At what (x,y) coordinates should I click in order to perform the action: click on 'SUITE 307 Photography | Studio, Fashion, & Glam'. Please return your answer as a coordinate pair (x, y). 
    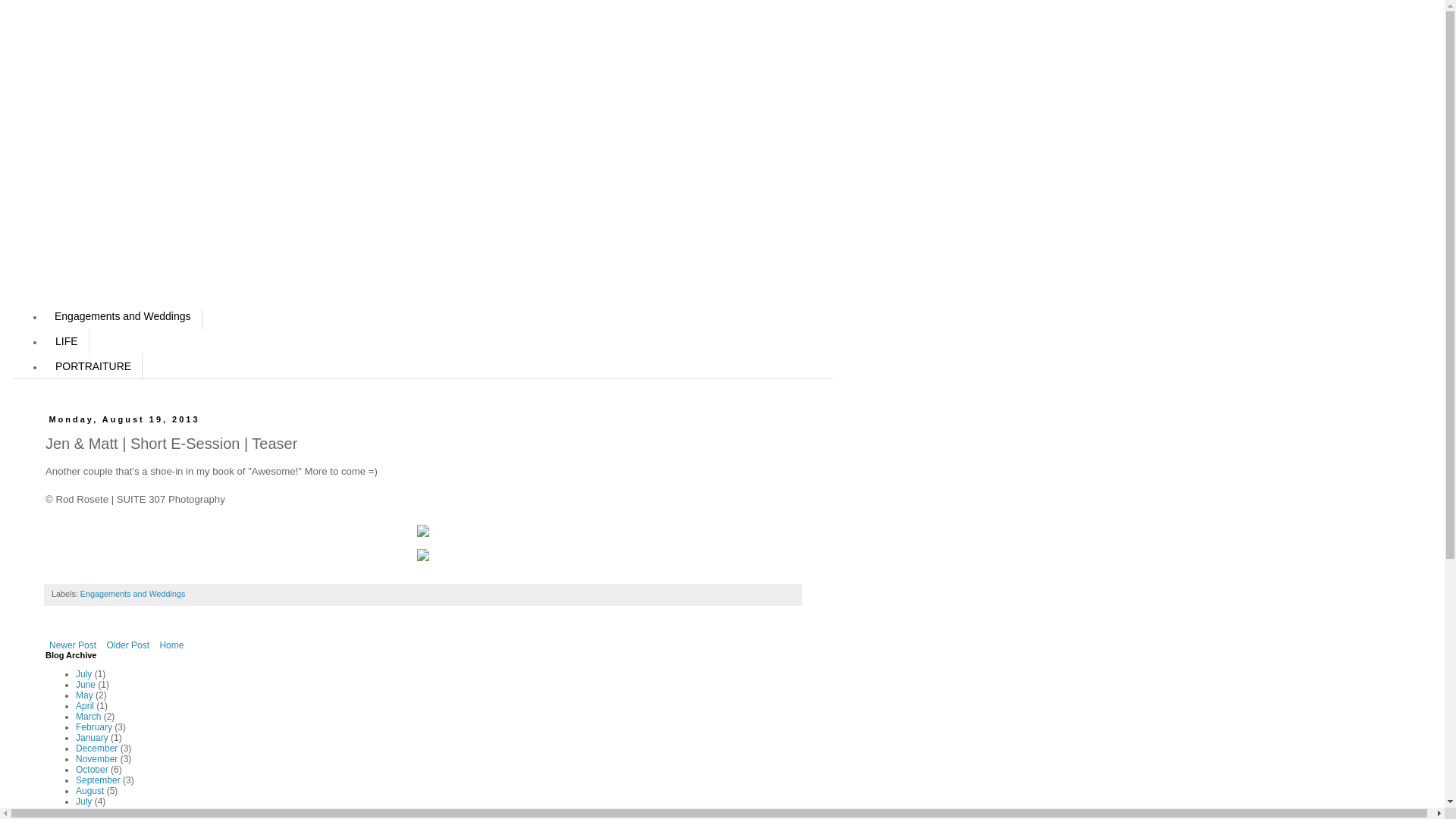
    Looking at the image, I should click on (175, 189).